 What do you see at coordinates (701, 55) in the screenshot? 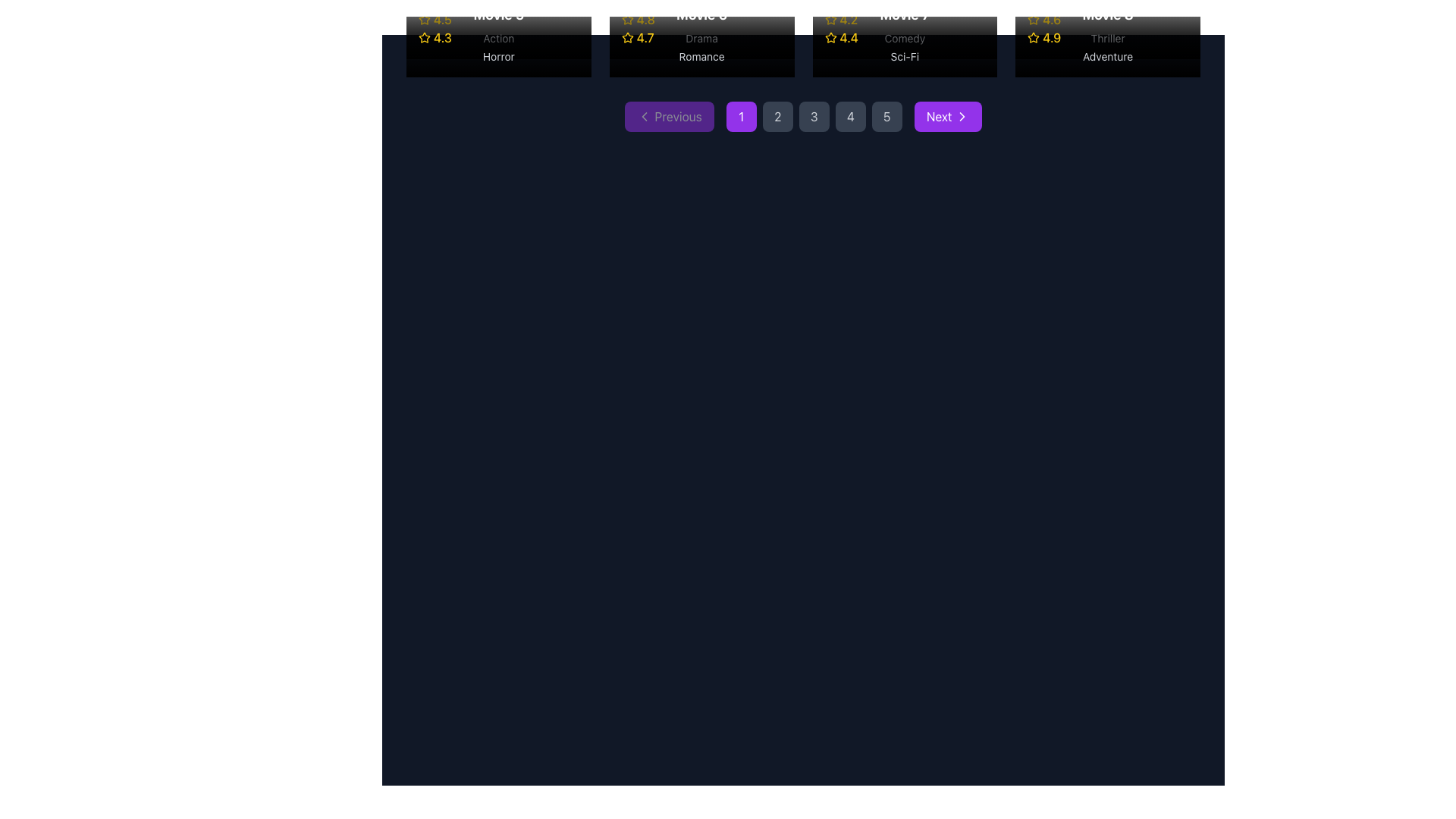
I see `text of the genre label located at the bottom of the movie card for 'Movie 6', which is positioned under the title and rating score` at bounding box center [701, 55].